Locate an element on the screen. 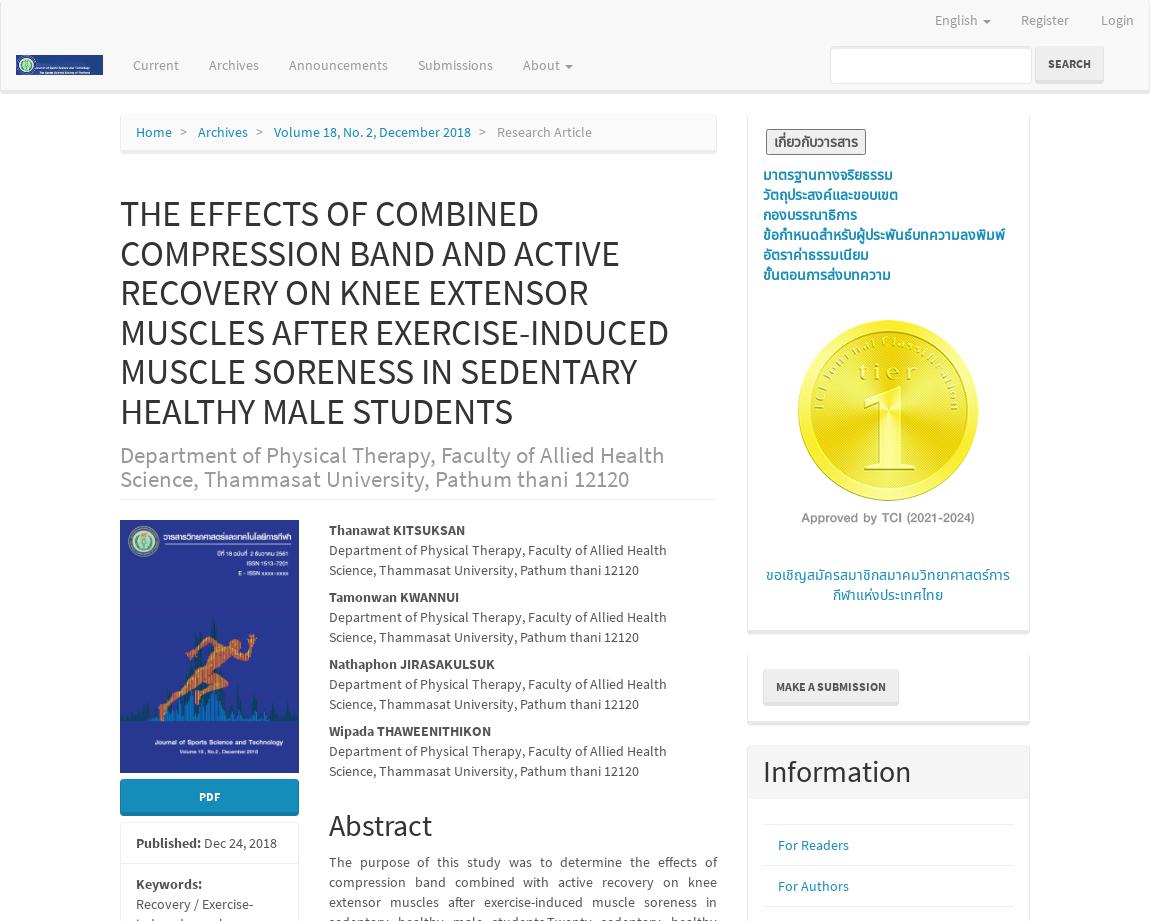 This screenshot has width=1150, height=921. 'Dec 24, 2018' is located at coordinates (237, 841).